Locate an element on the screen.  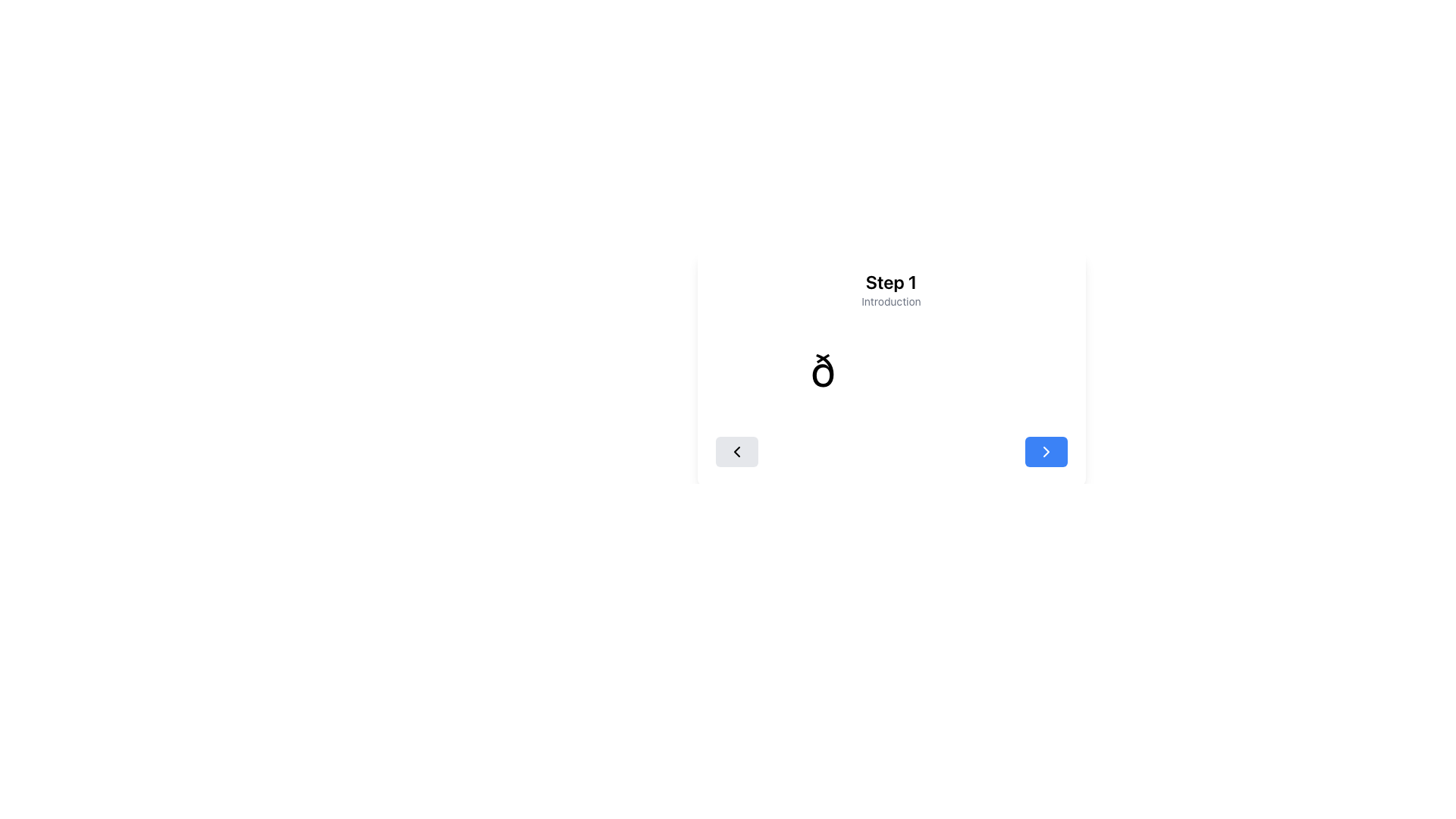
the static text element displaying 'Introduction', which is a small gray sans-serif font located below the bold text 'Step 1' is located at coordinates (891, 301).